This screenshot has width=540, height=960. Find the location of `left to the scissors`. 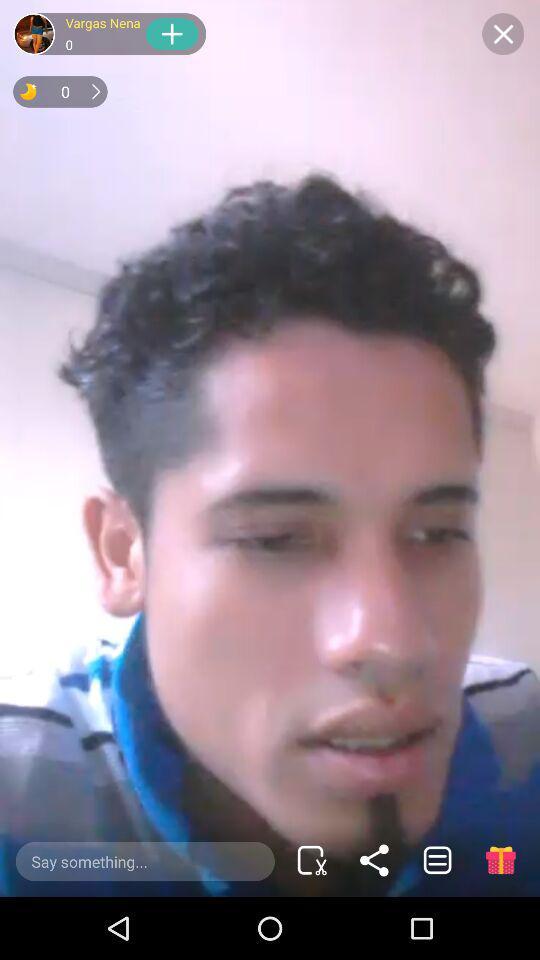

left to the scissors is located at coordinates (144, 860).